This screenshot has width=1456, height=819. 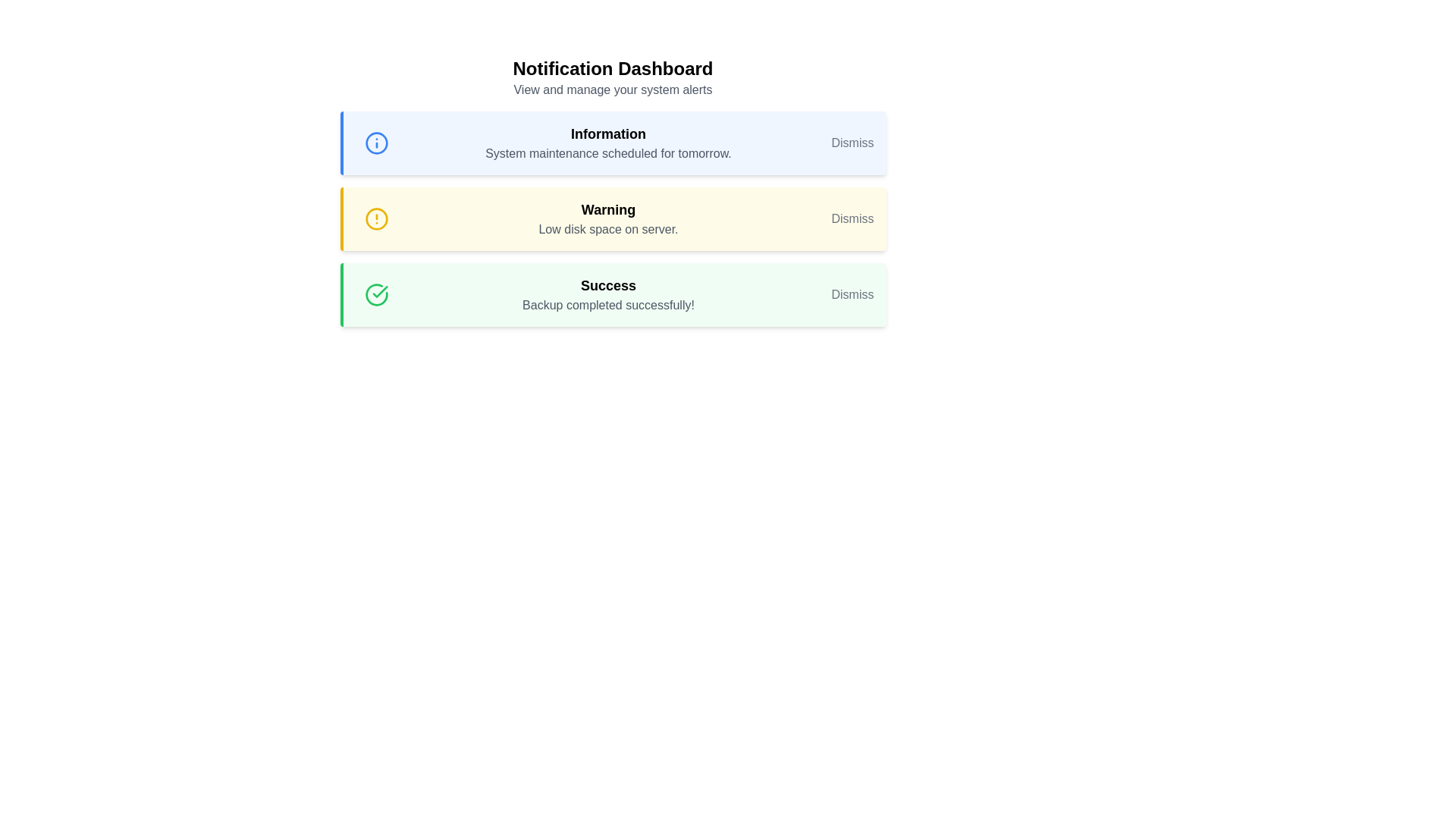 What do you see at coordinates (613, 90) in the screenshot?
I see `the Text Label that provides a description for the 'Notification Dashboard', located below the main heading` at bounding box center [613, 90].